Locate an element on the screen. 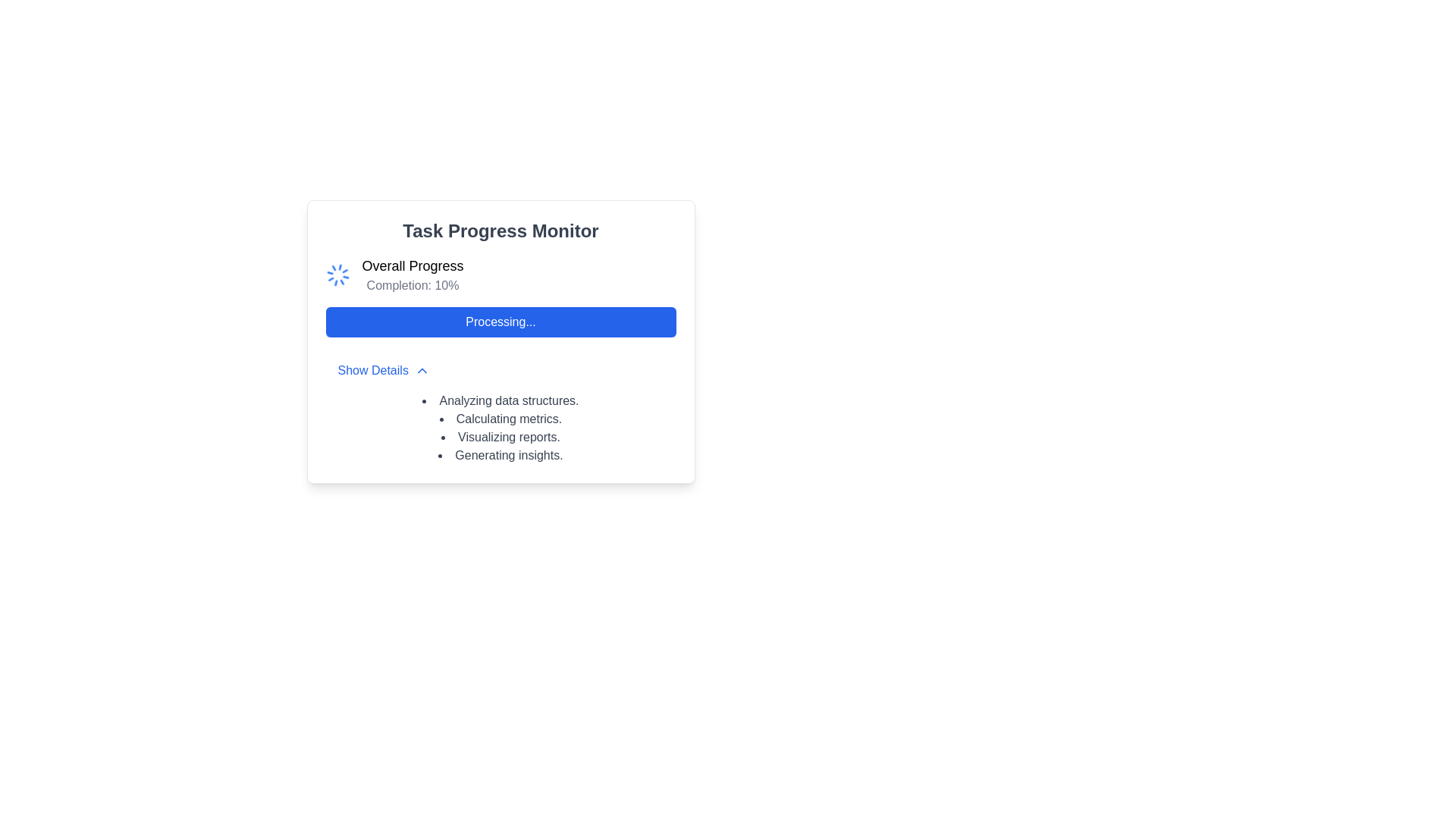  the fourth list item in the 'Show Details' section, which reads 'Generating insights.' is located at coordinates (500, 455).